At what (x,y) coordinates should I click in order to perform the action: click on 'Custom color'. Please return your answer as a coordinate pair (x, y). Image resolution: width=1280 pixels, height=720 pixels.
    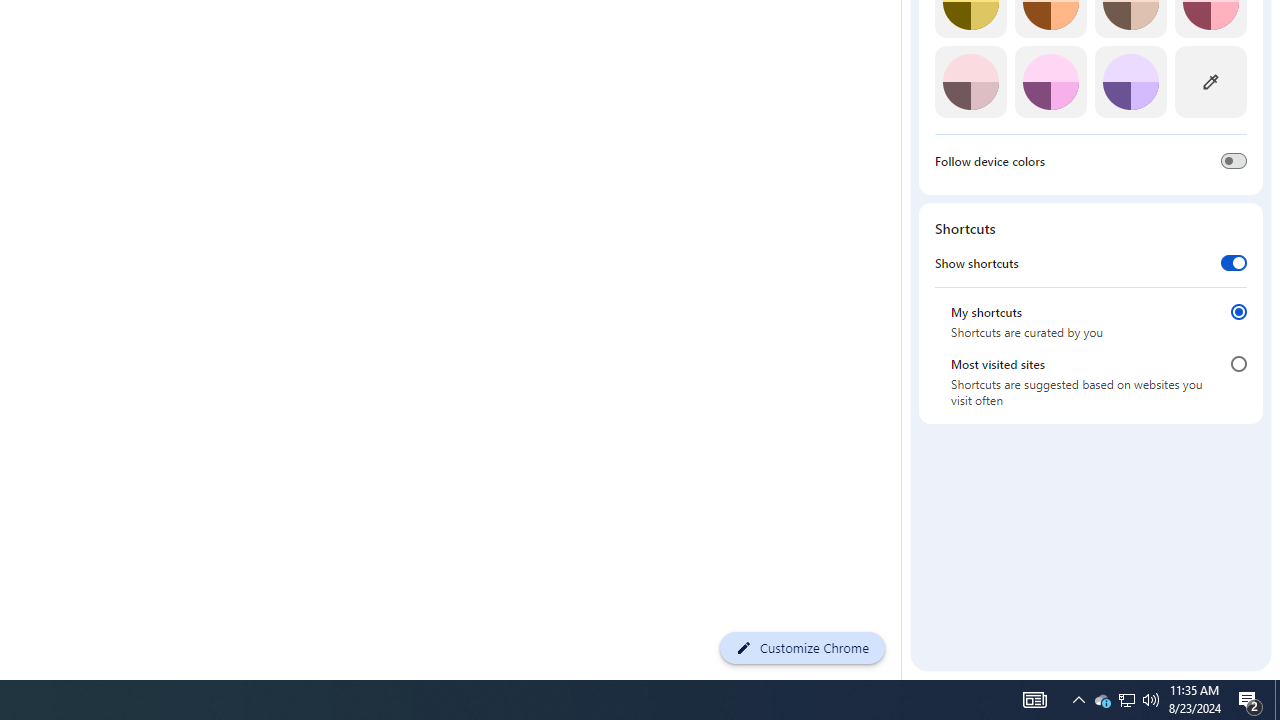
    Looking at the image, I should click on (1209, 81).